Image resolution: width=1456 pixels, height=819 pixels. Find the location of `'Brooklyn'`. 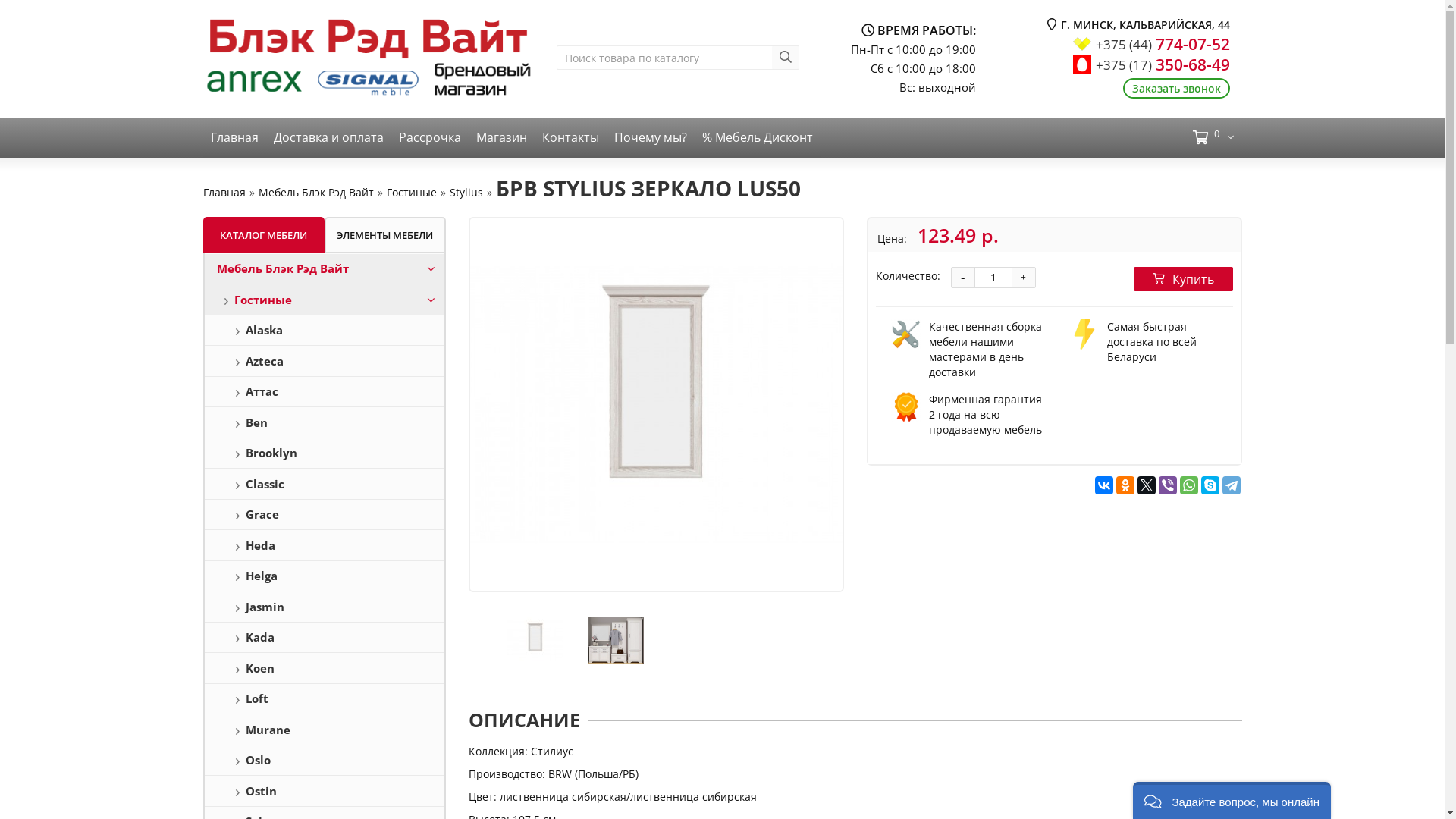

'Brooklyn' is located at coordinates (323, 452).